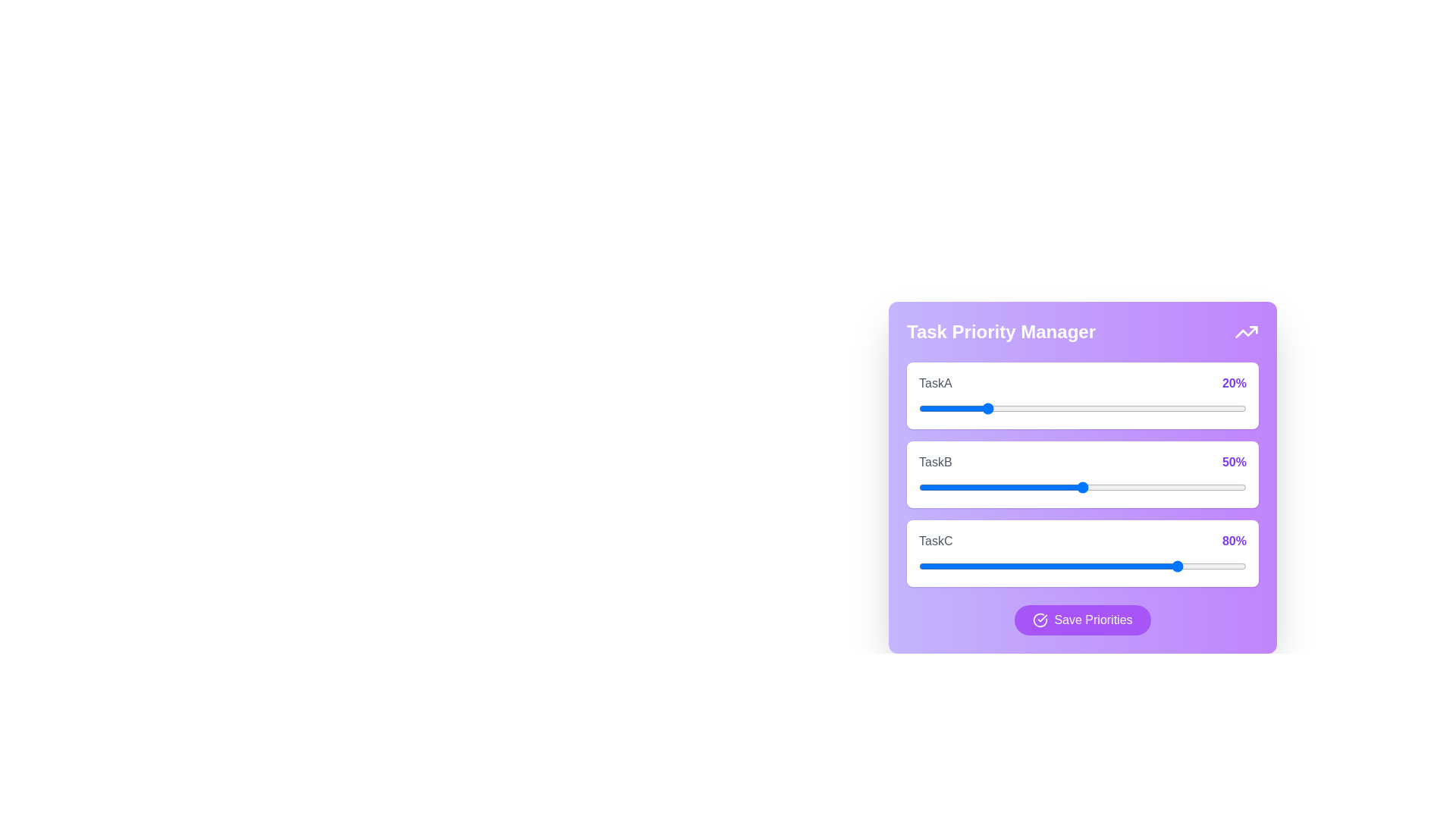 This screenshot has height=819, width=1456. What do you see at coordinates (954, 408) in the screenshot?
I see `the priority of TaskA to 11%` at bounding box center [954, 408].